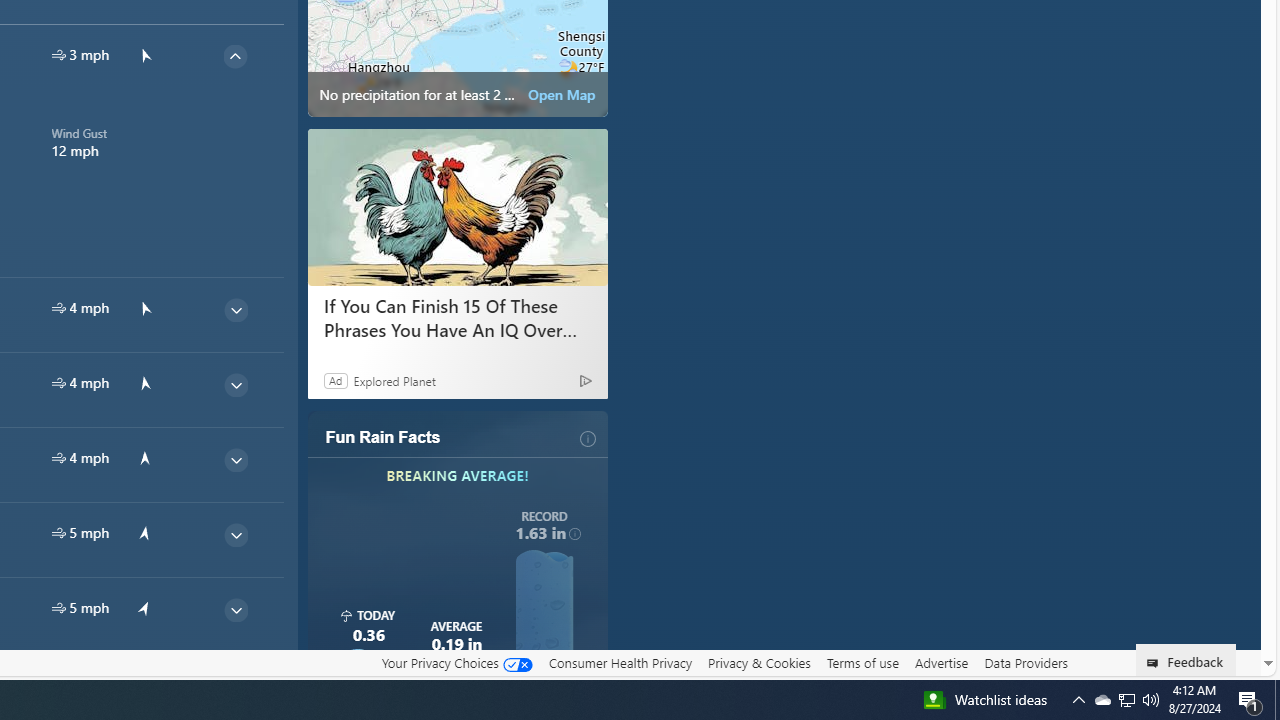 The image size is (1280, 720). What do you see at coordinates (758, 663) in the screenshot?
I see `'Privacy & Cookies'` at bounding box center [758, 663].